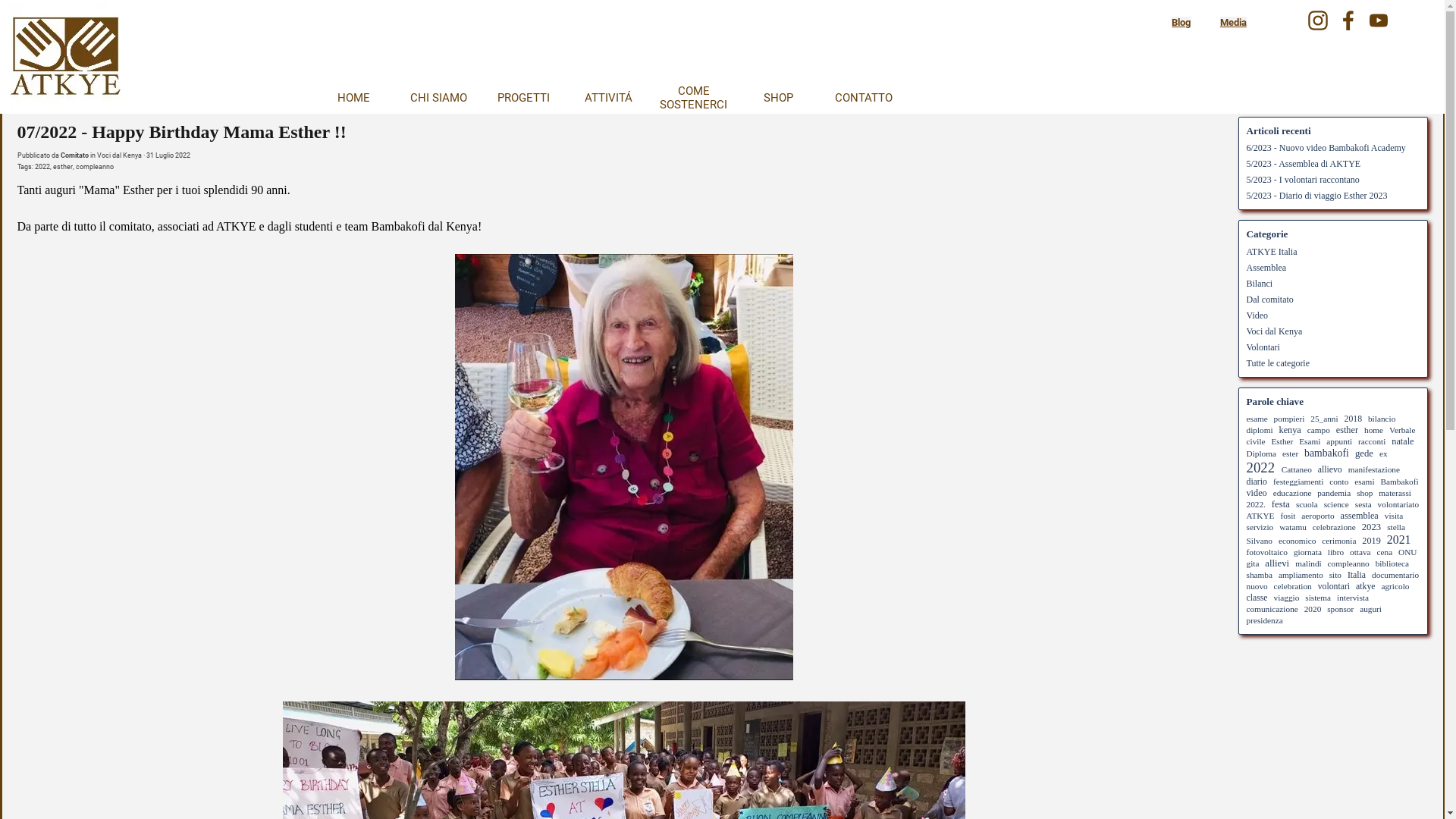 The height and width of the screenshot is (819, 1456). What do you see at coordinates (437, 97) in the screenshot?
I see `'CHI SIAMO'` at bounding box center [437, 97].